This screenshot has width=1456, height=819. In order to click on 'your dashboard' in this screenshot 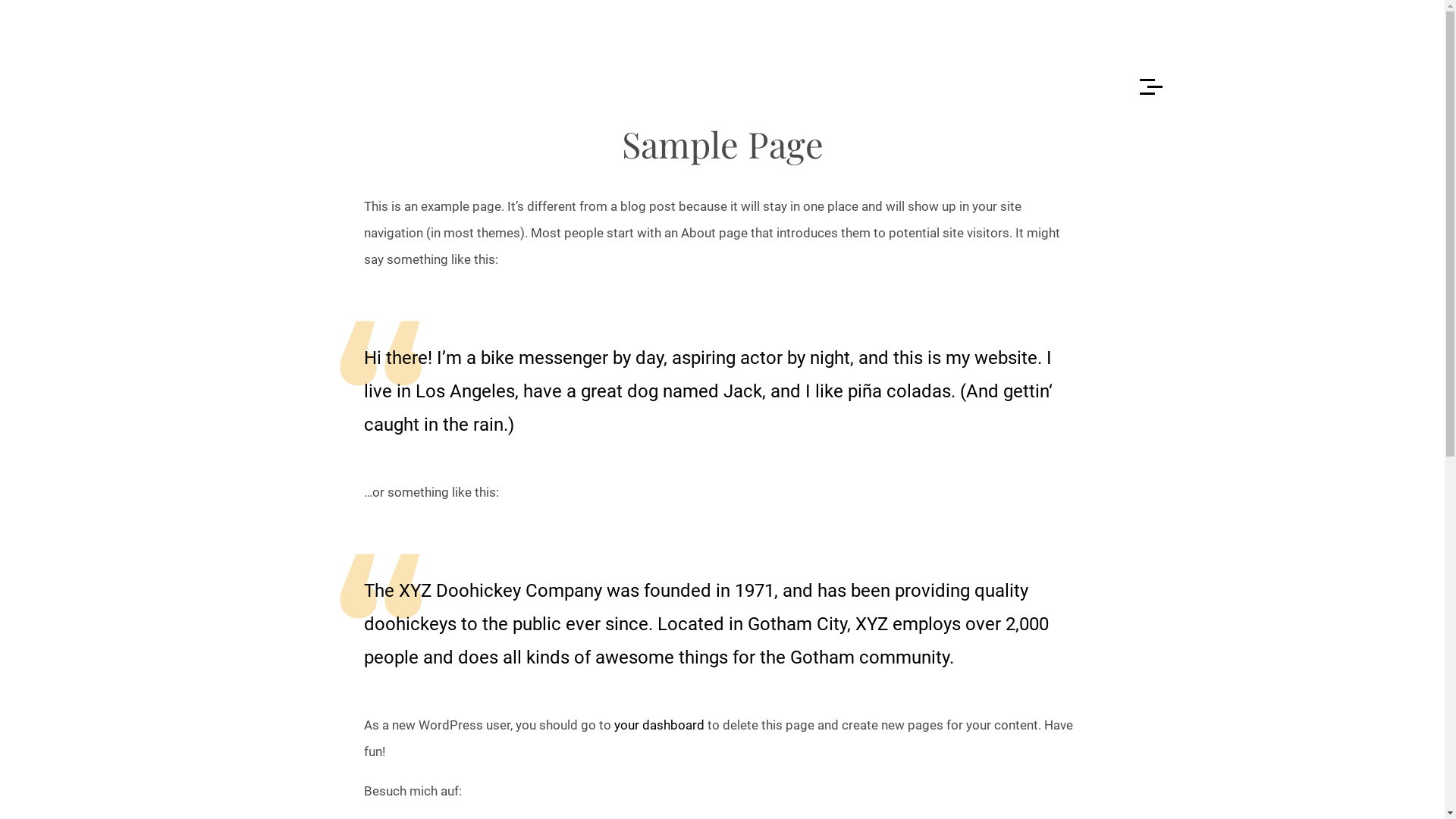, I will do `click(659, 724)`.